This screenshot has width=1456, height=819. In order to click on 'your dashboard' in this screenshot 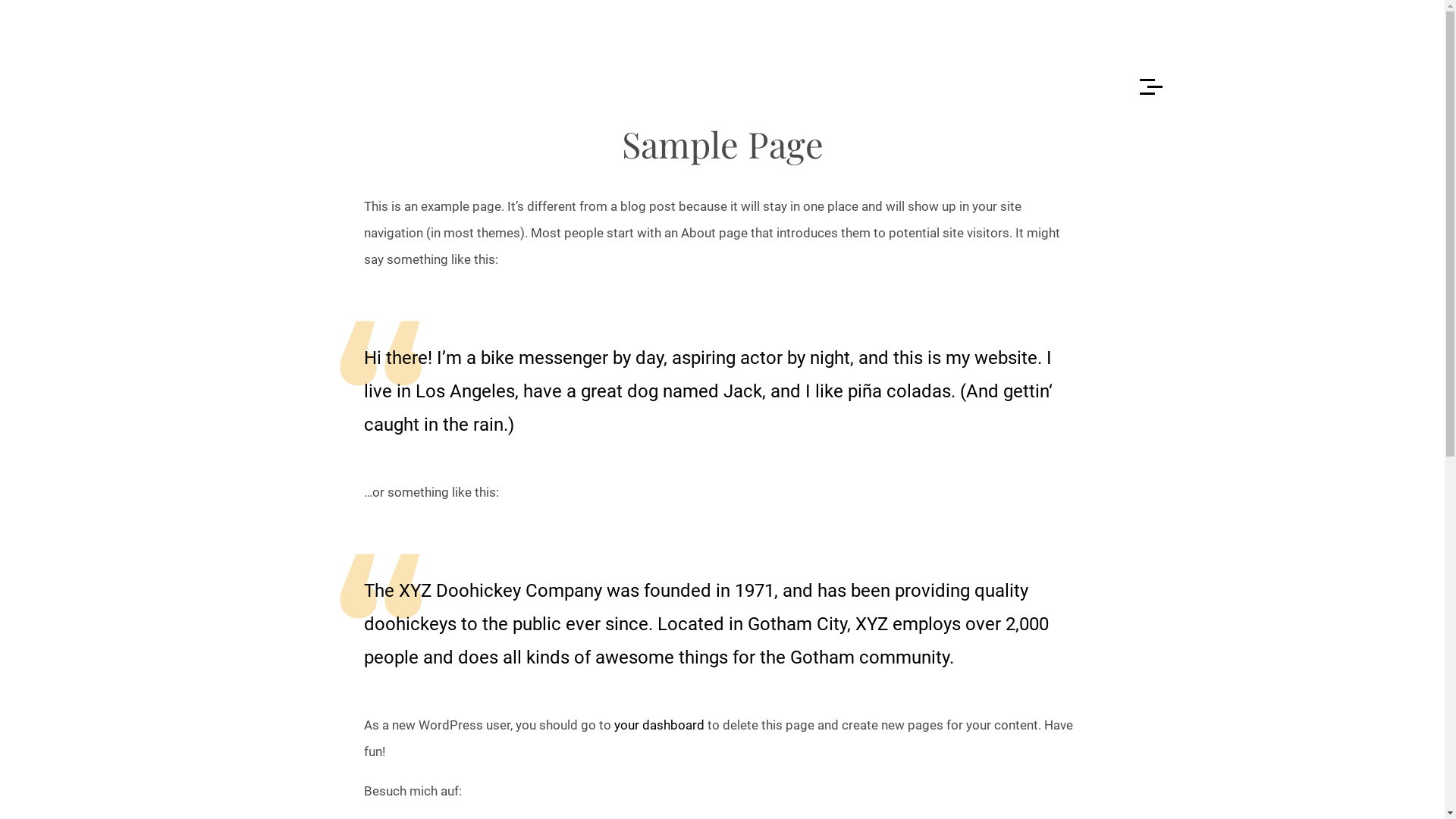, I will do `click(659, 724)`.